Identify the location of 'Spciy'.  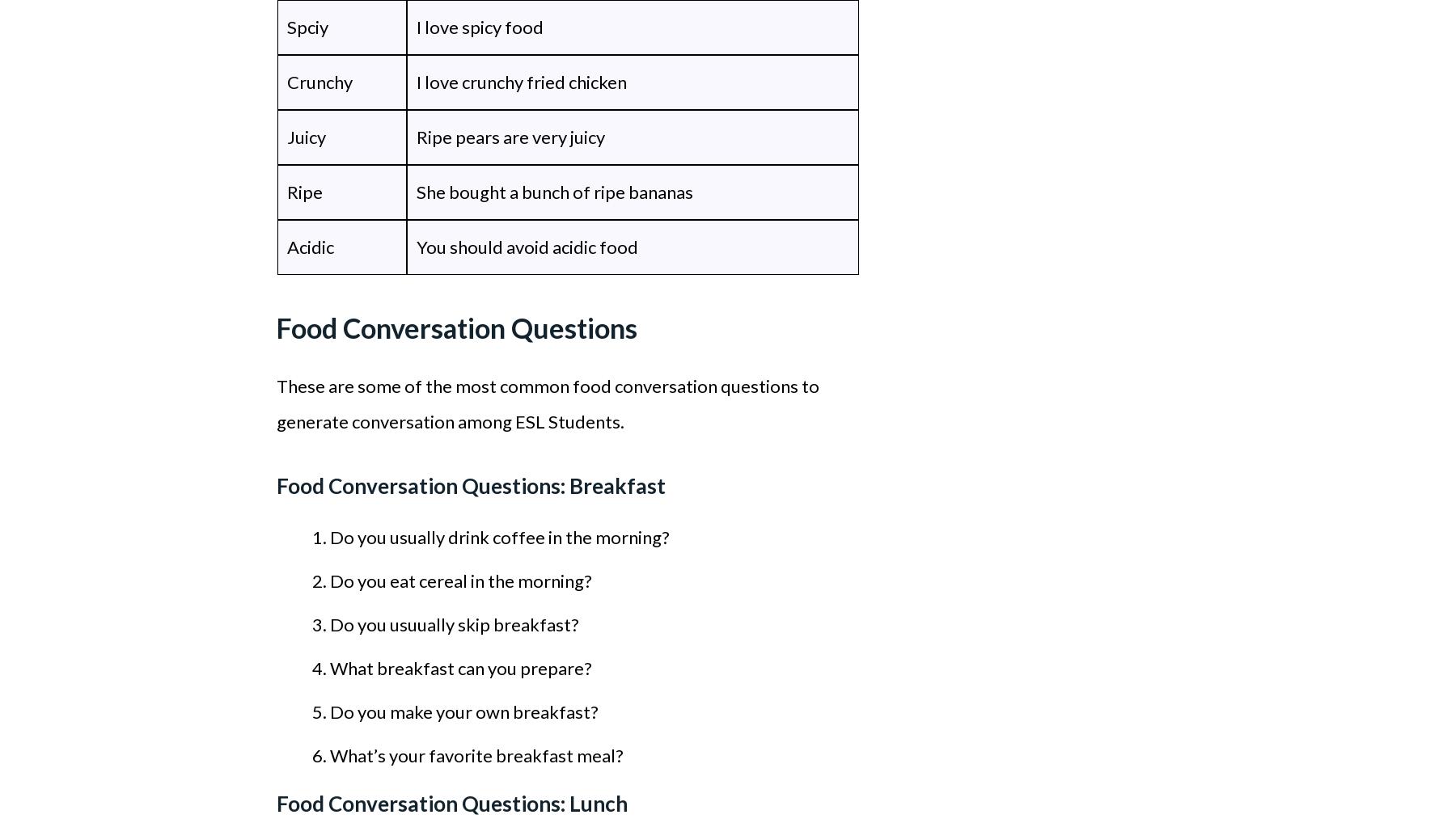
(307, 26).